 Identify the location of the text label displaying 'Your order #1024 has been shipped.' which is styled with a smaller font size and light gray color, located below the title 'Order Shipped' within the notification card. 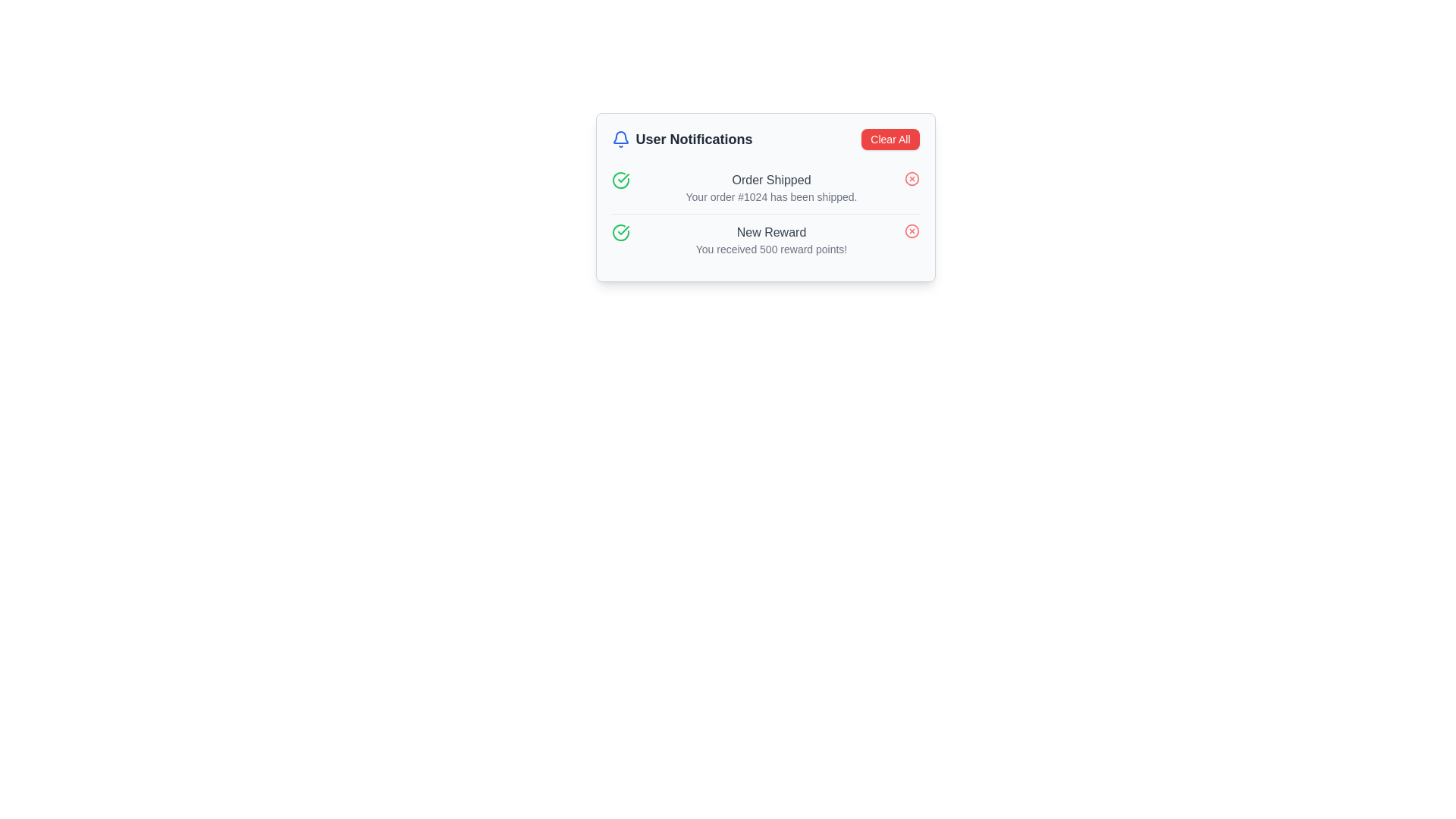
(771, 196).